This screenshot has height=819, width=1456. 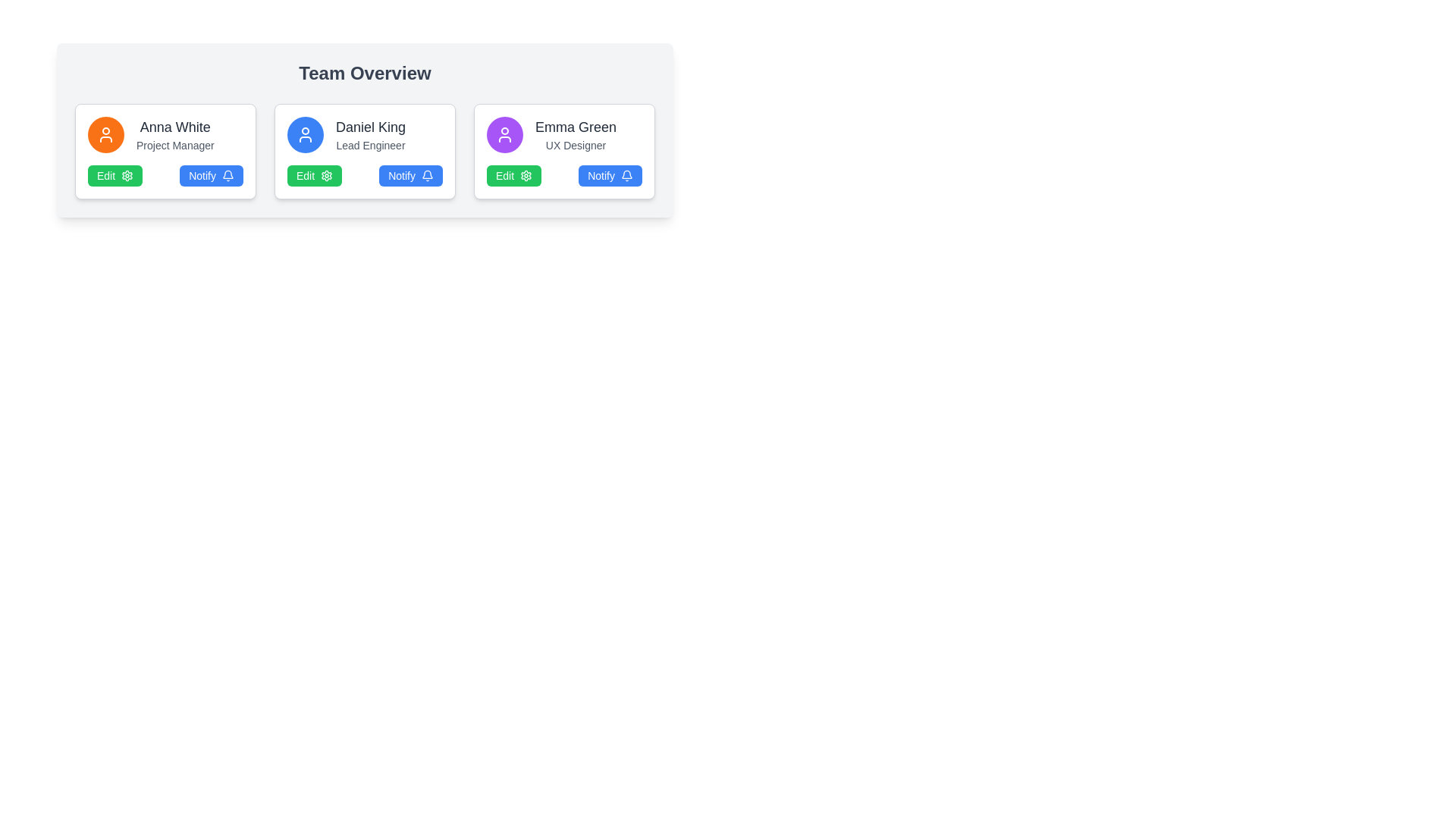 What do you see at coordinates (326, 174) in the screenshot?
I see `the green circular gear icon located within the 'Edit' button under Daniel King's profile card` at bounding box center [326, 174].